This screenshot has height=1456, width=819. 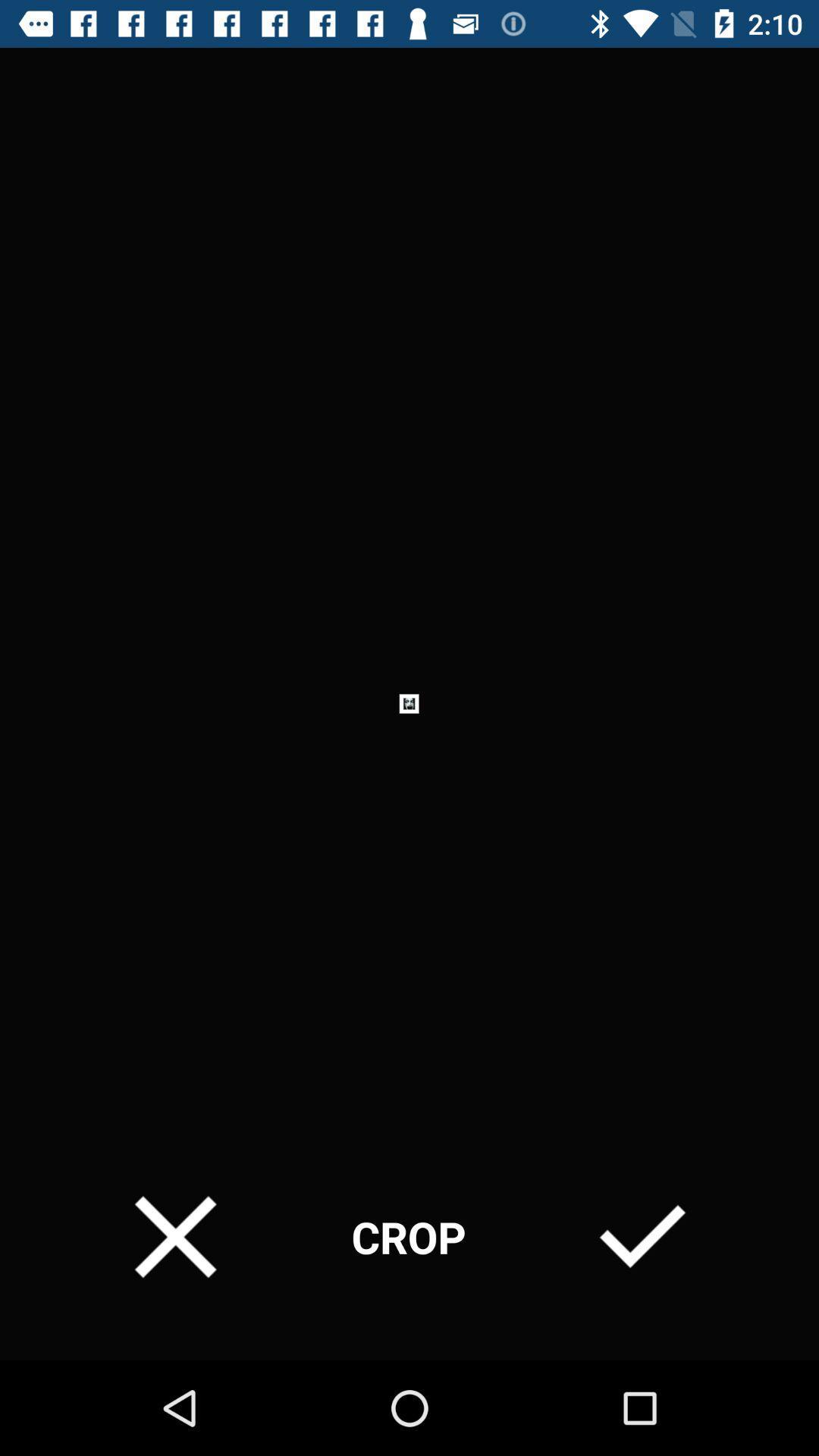 What do you see at coordinates (174, 1237) in the screenshot?
I see `item at the bottom left corner` at bounding box center [174, 1237].